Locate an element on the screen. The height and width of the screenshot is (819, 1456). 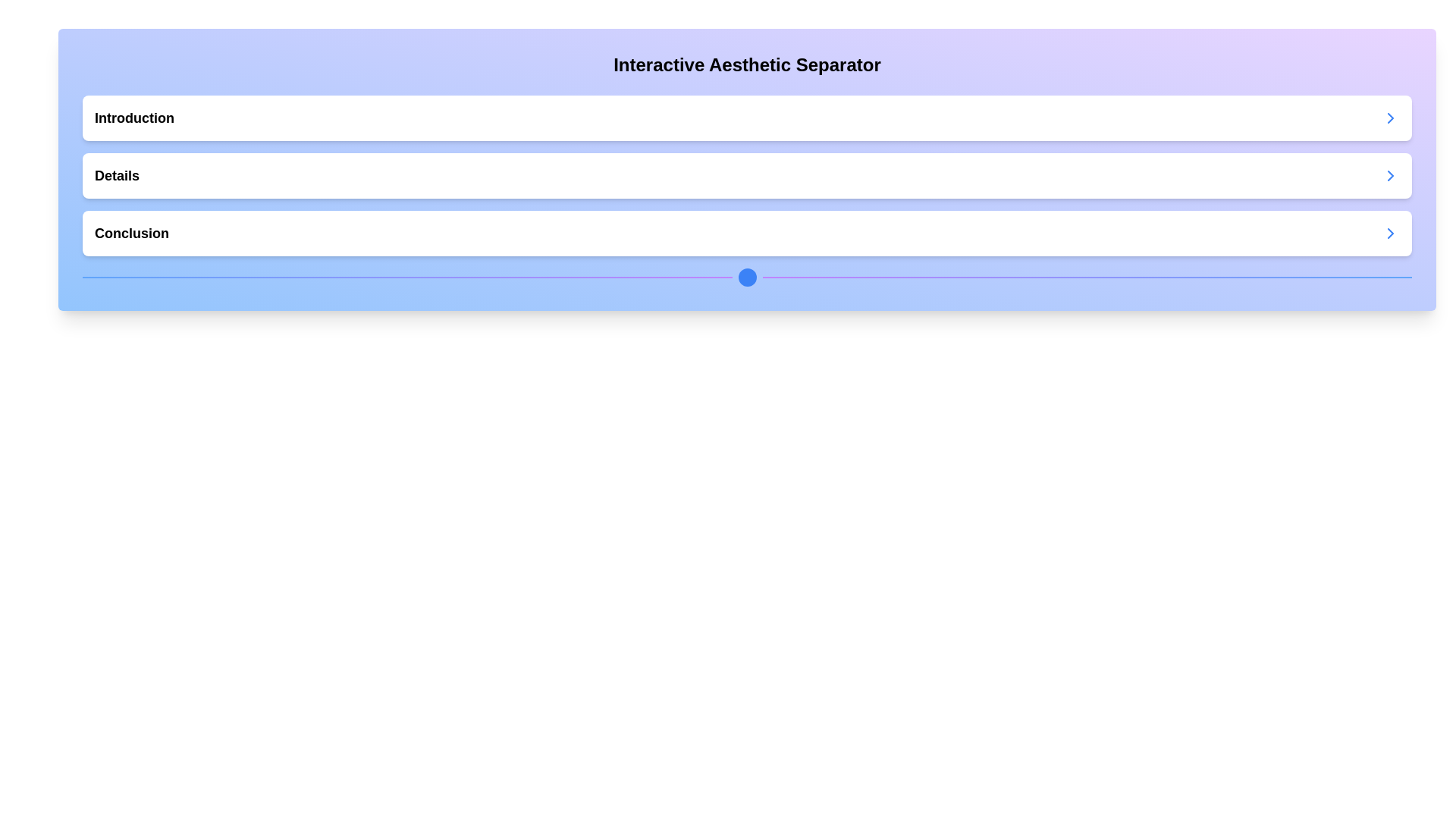
the 'Details' text label, which is a bold black label located in the middle row of a vertical list, adjacent to a right-pointing chevron icon is located at coordinates (116, 174).